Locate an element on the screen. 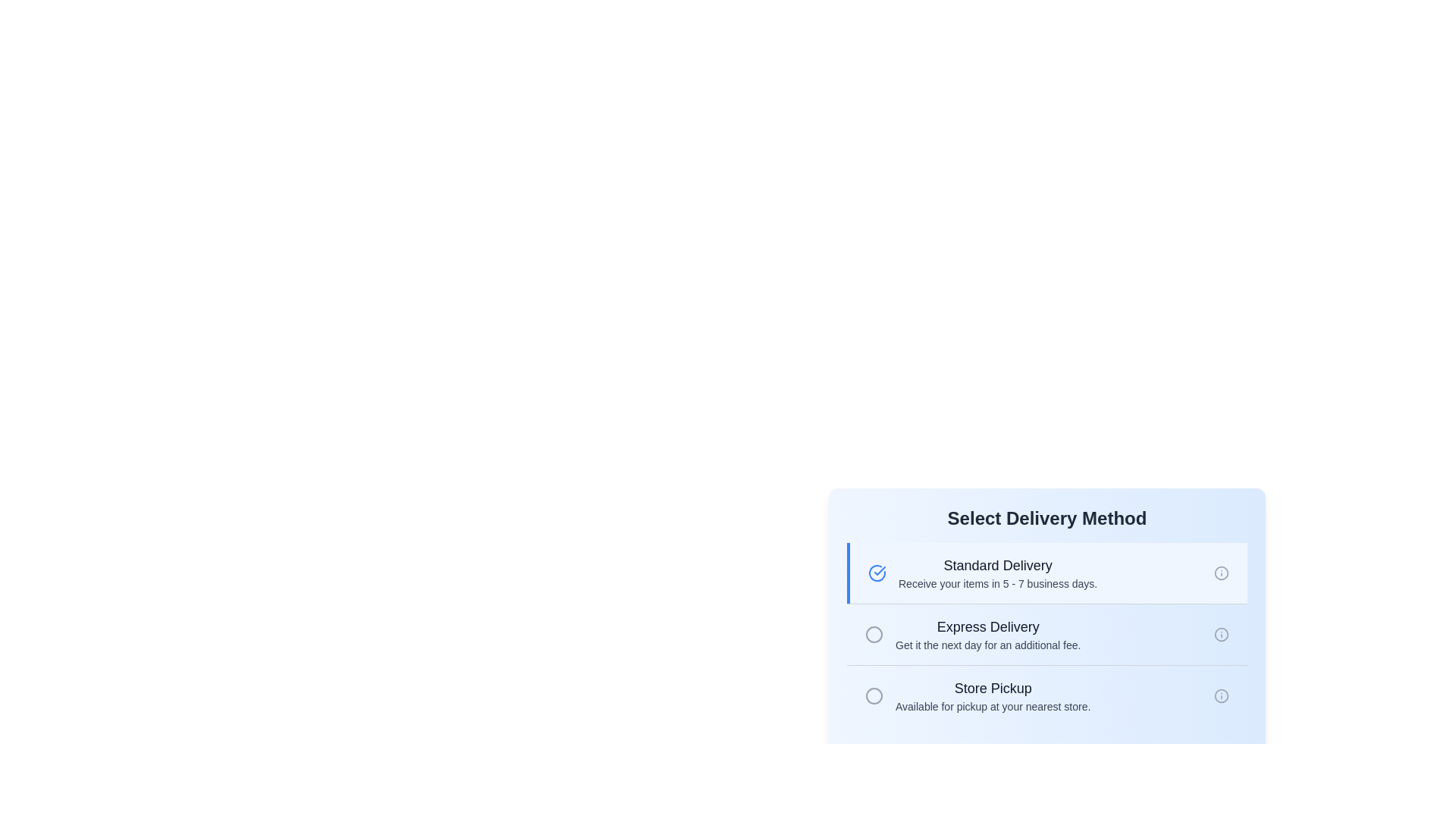  the circular indicator within the gray-bordered area is located at coordinates (874, 635).